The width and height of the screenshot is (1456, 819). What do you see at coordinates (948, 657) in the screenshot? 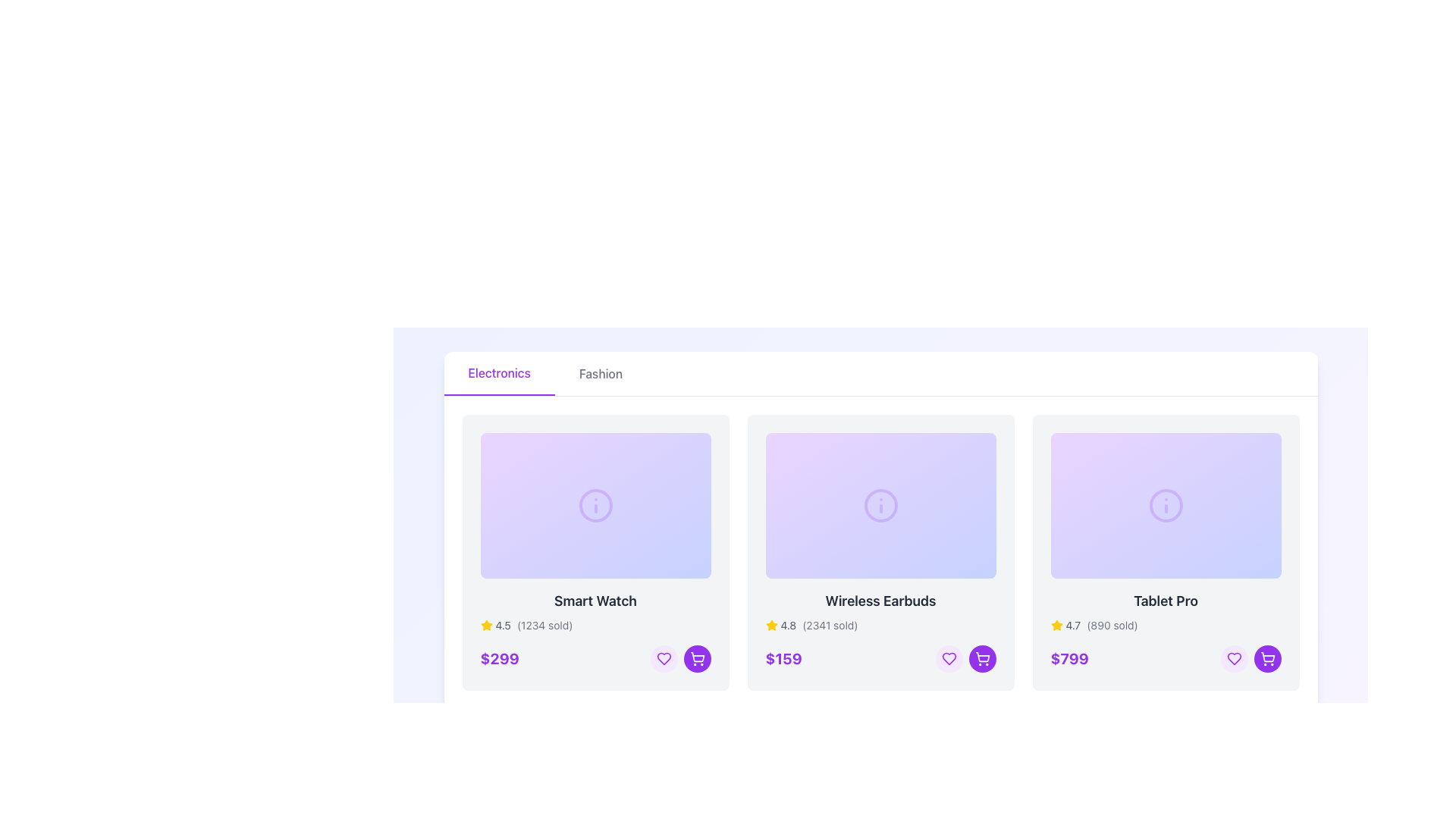
I see `the favorite icon located in the bottom-right corner of the 'Wireless Earbuds' product card` at bounding box center [948, 657].